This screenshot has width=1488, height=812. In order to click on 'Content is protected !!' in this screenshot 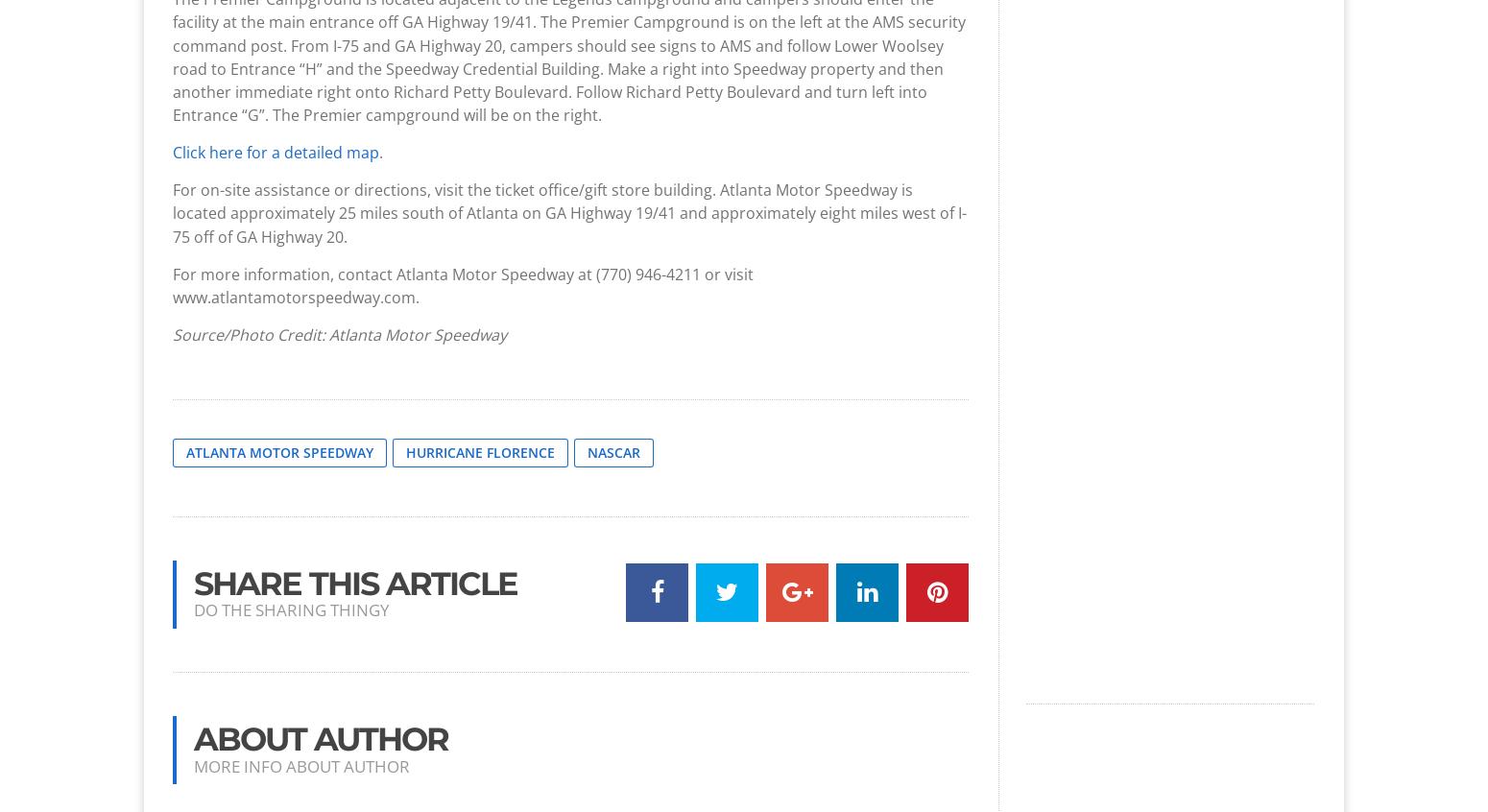, I will do `click(798, 152)`.